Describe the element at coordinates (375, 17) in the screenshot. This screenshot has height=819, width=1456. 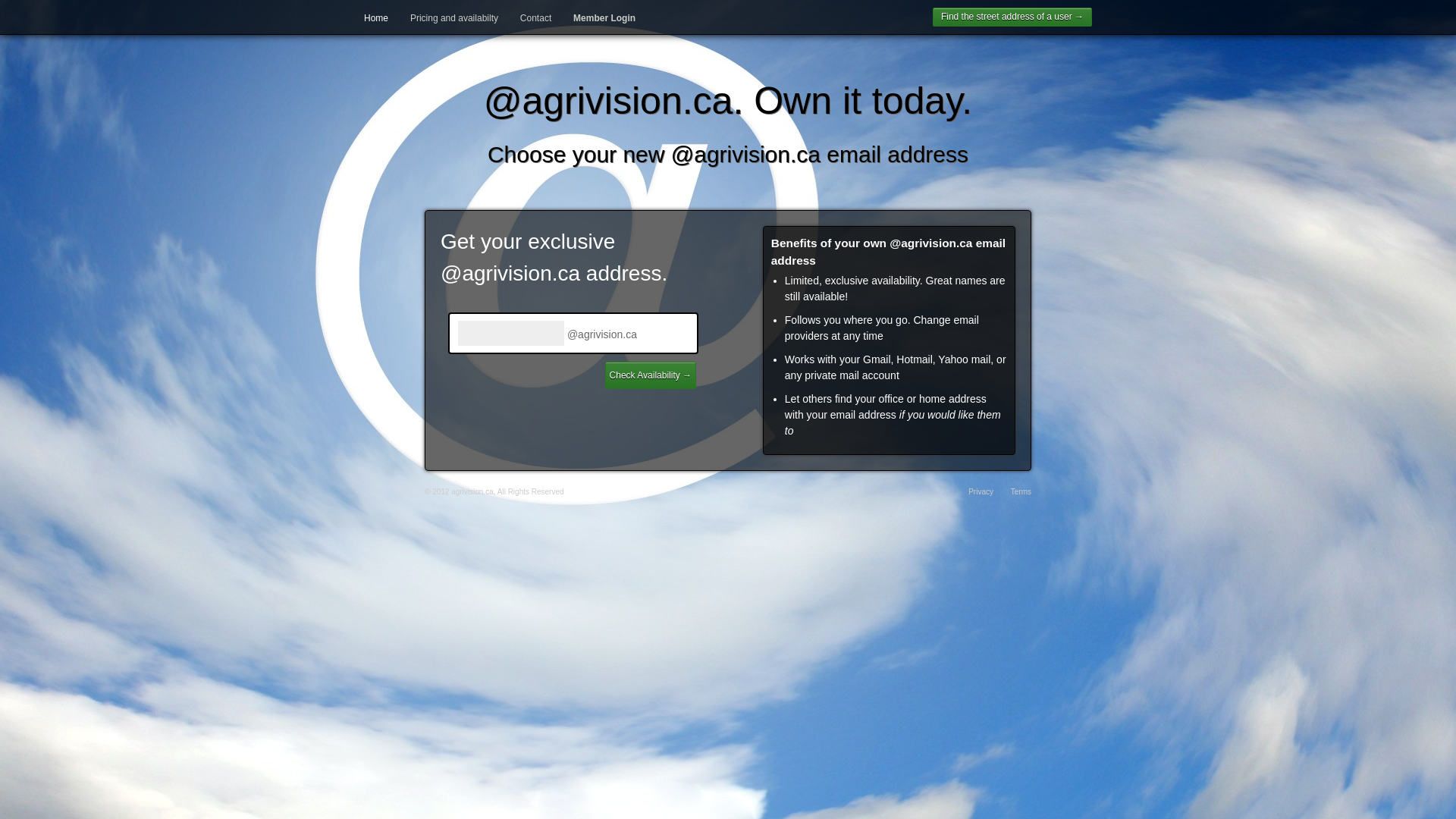
I see `'Home'` at that location.